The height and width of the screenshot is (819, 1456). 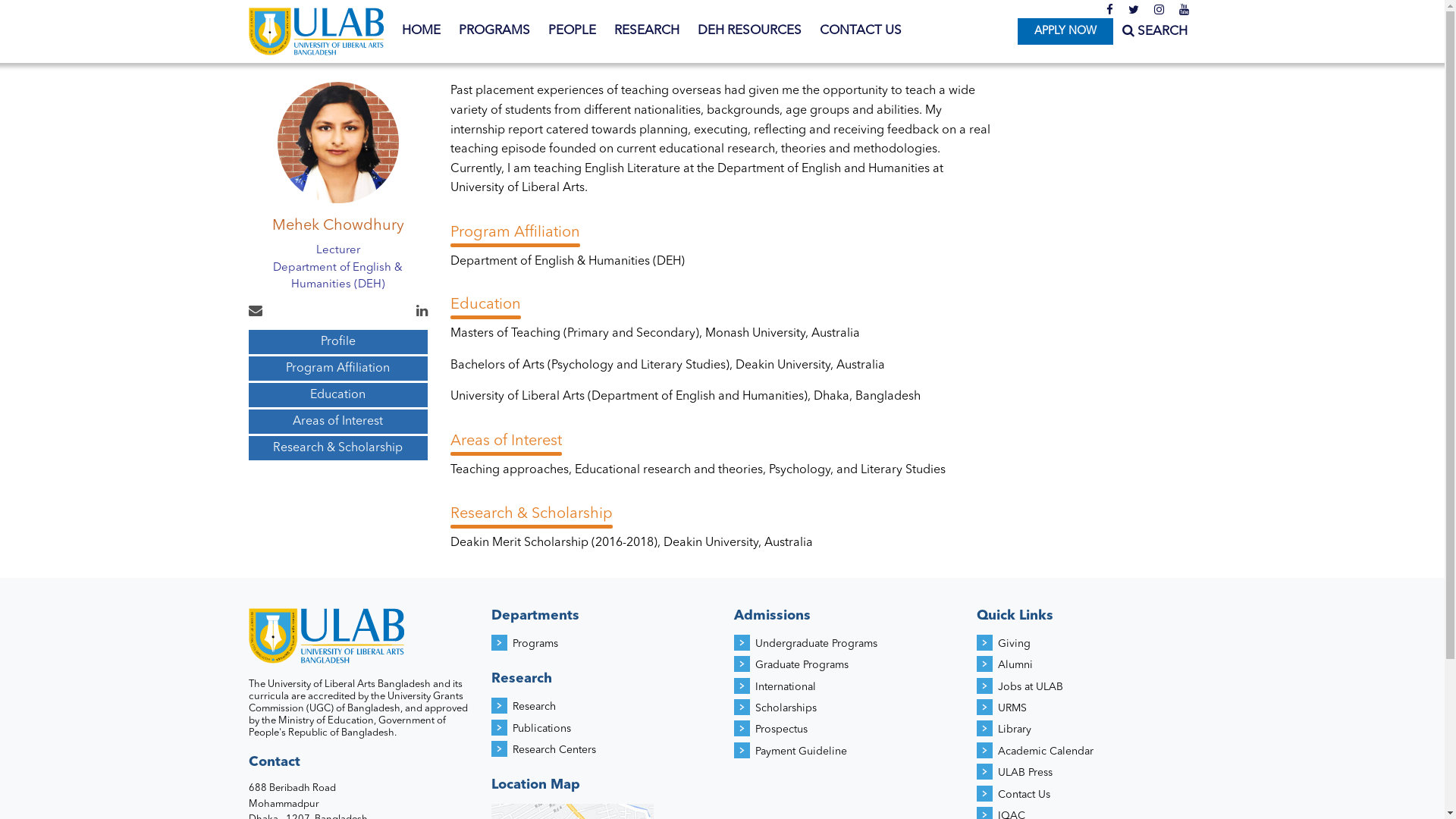 I want to click on 'Programs', so click(x=535, y=643).